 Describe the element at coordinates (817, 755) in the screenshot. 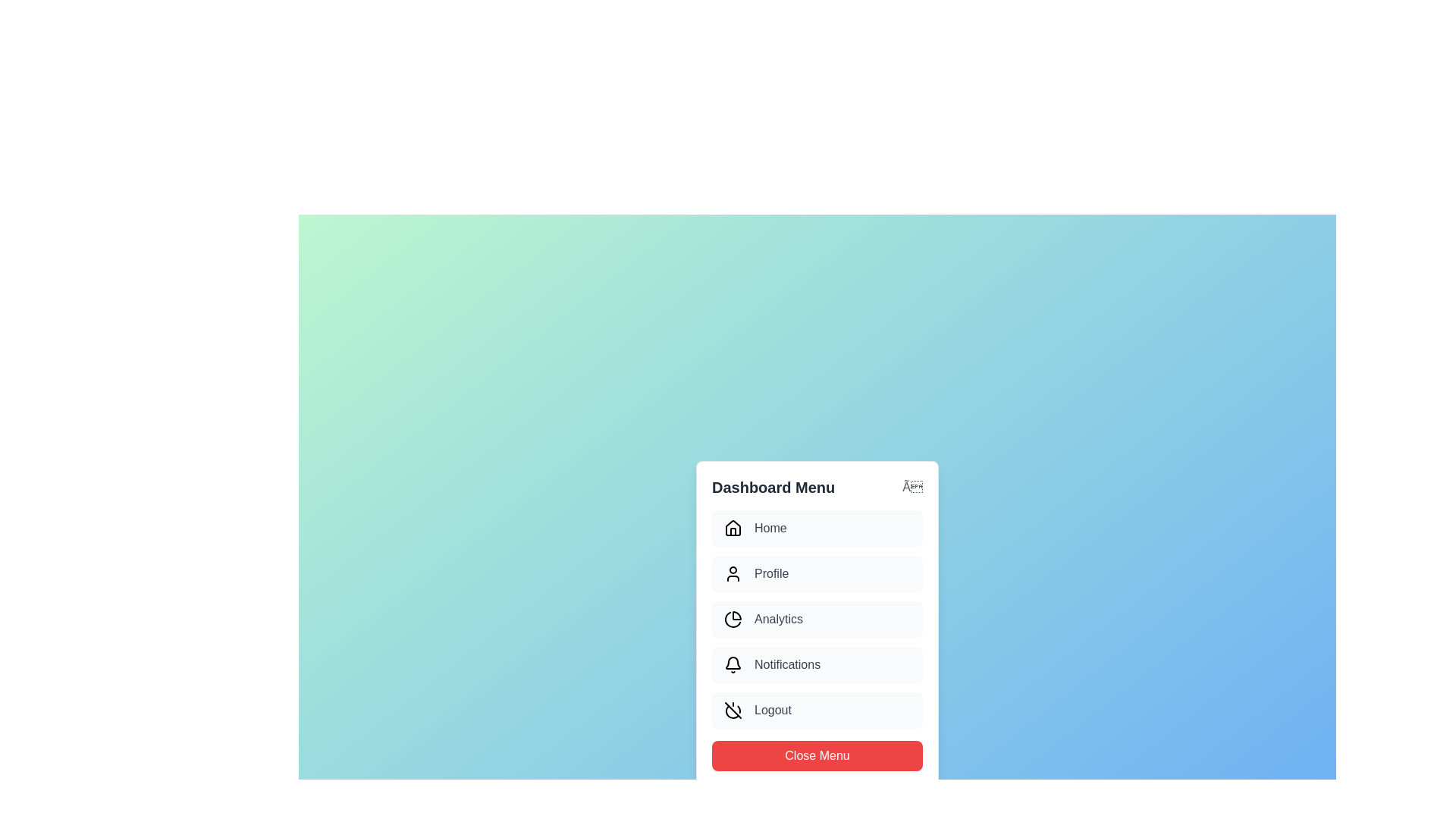

I see `the 'Close Menu' button to close the dashboard menu` at that location.